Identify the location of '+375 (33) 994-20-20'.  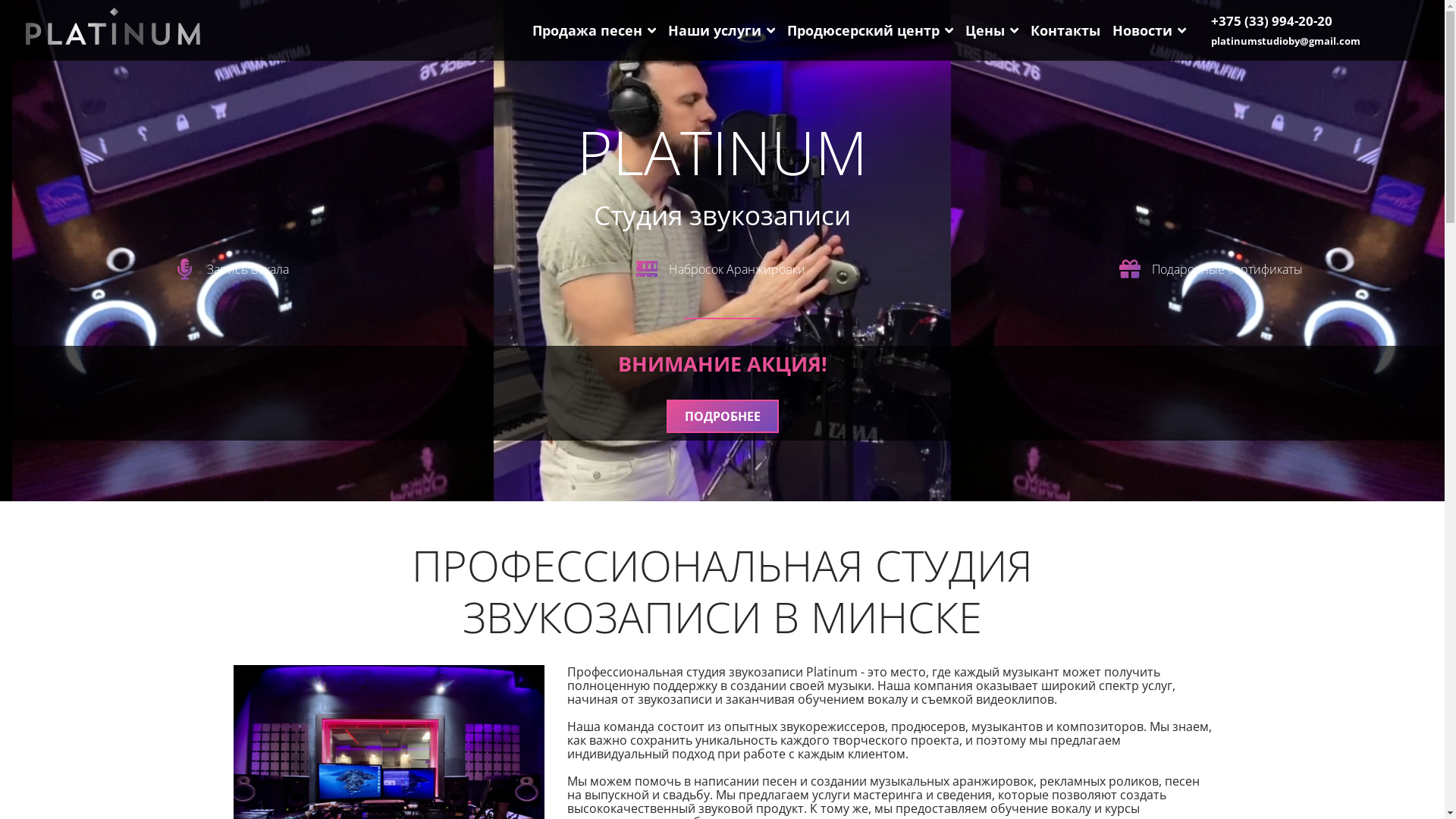
(1271, 20).